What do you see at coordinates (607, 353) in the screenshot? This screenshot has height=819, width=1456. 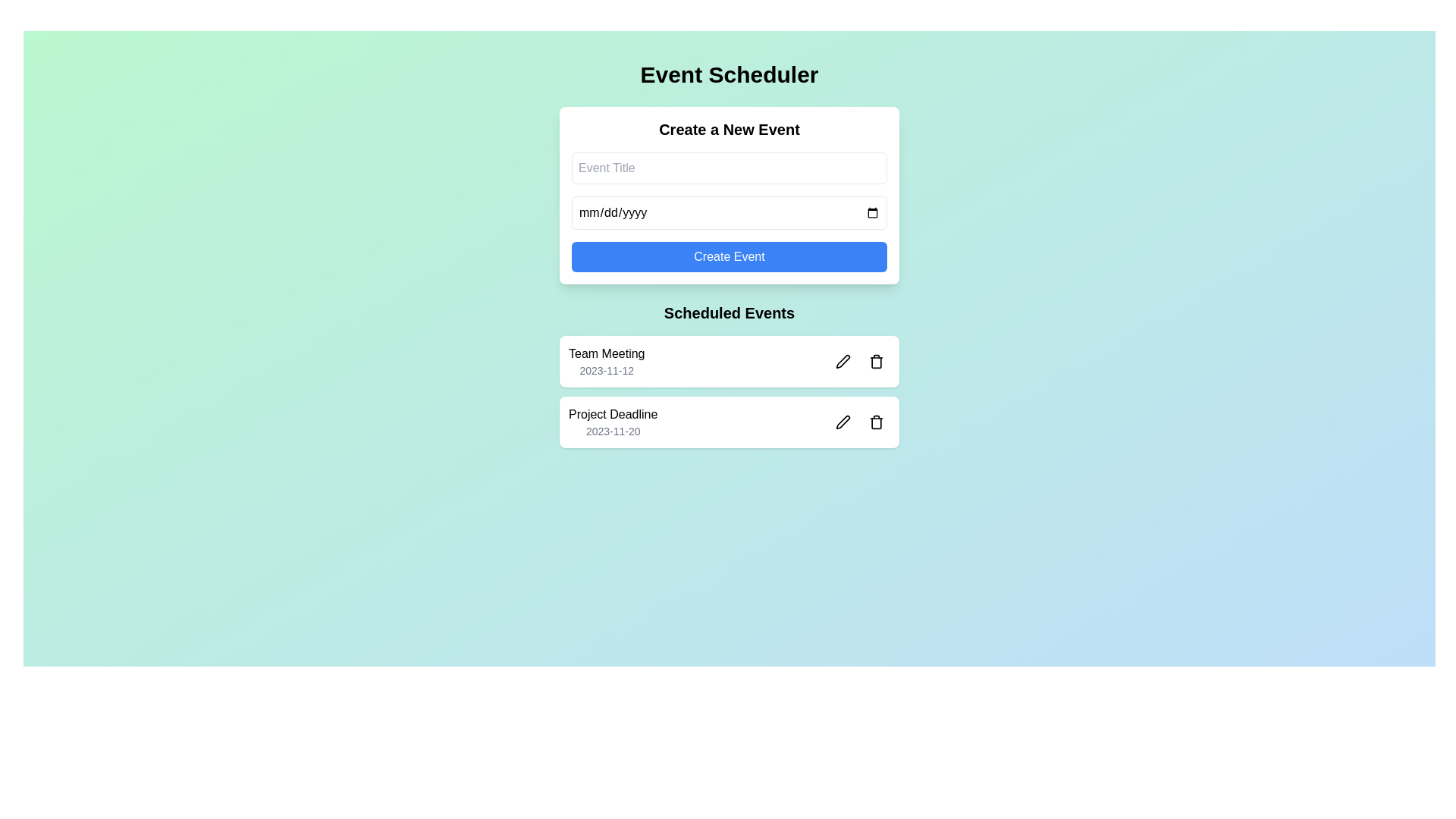 I see `the 'Team Meeting' text label, which is displayed prominently in a medium font weight within the first card of the 'Scheduled Events' section` at bounding box center [607, 353].